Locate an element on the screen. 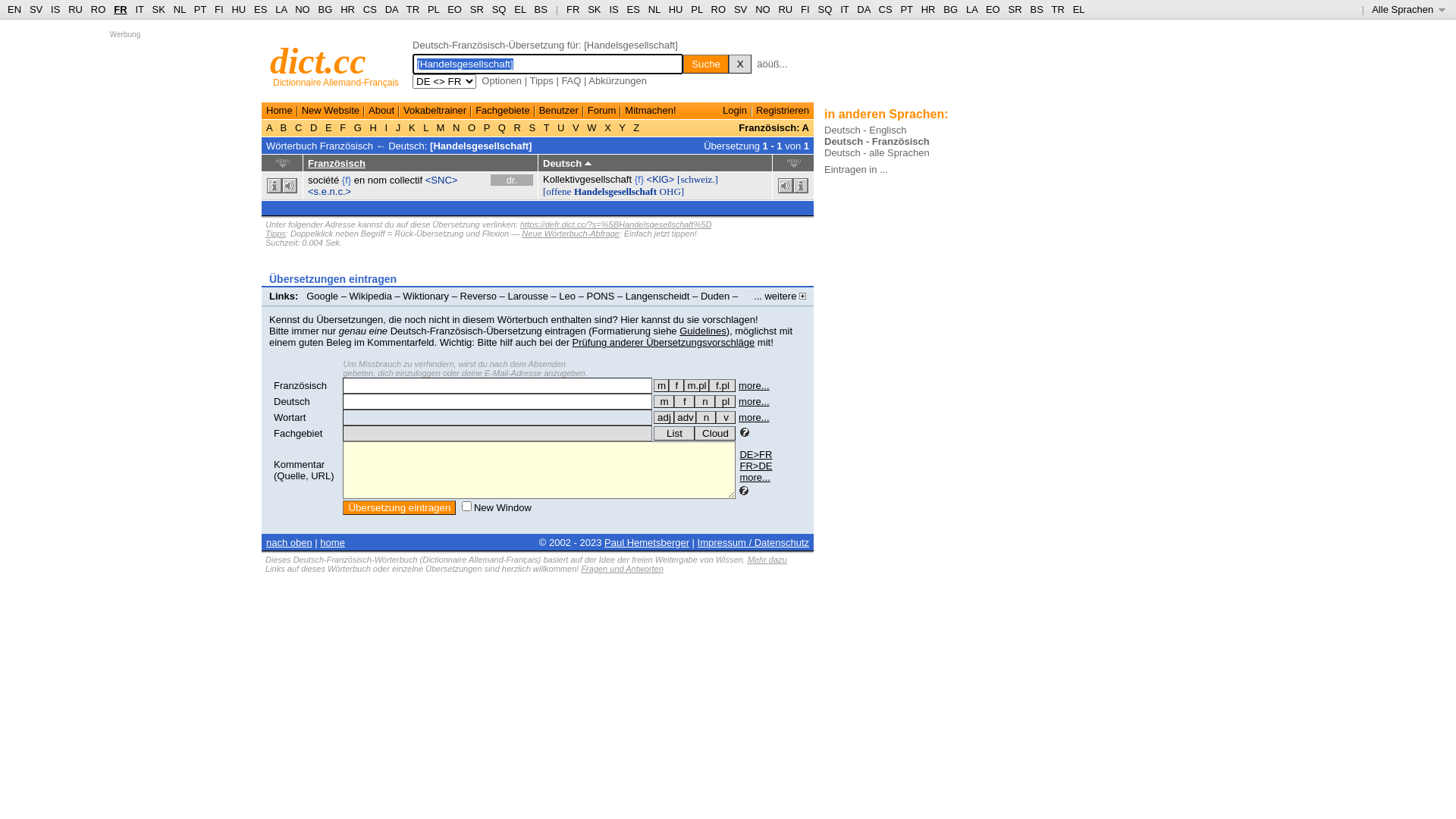  'https://defr.dict.cc/?s=%5BHandelsgesellschaft%5D' is located at coordinates (615, 224).